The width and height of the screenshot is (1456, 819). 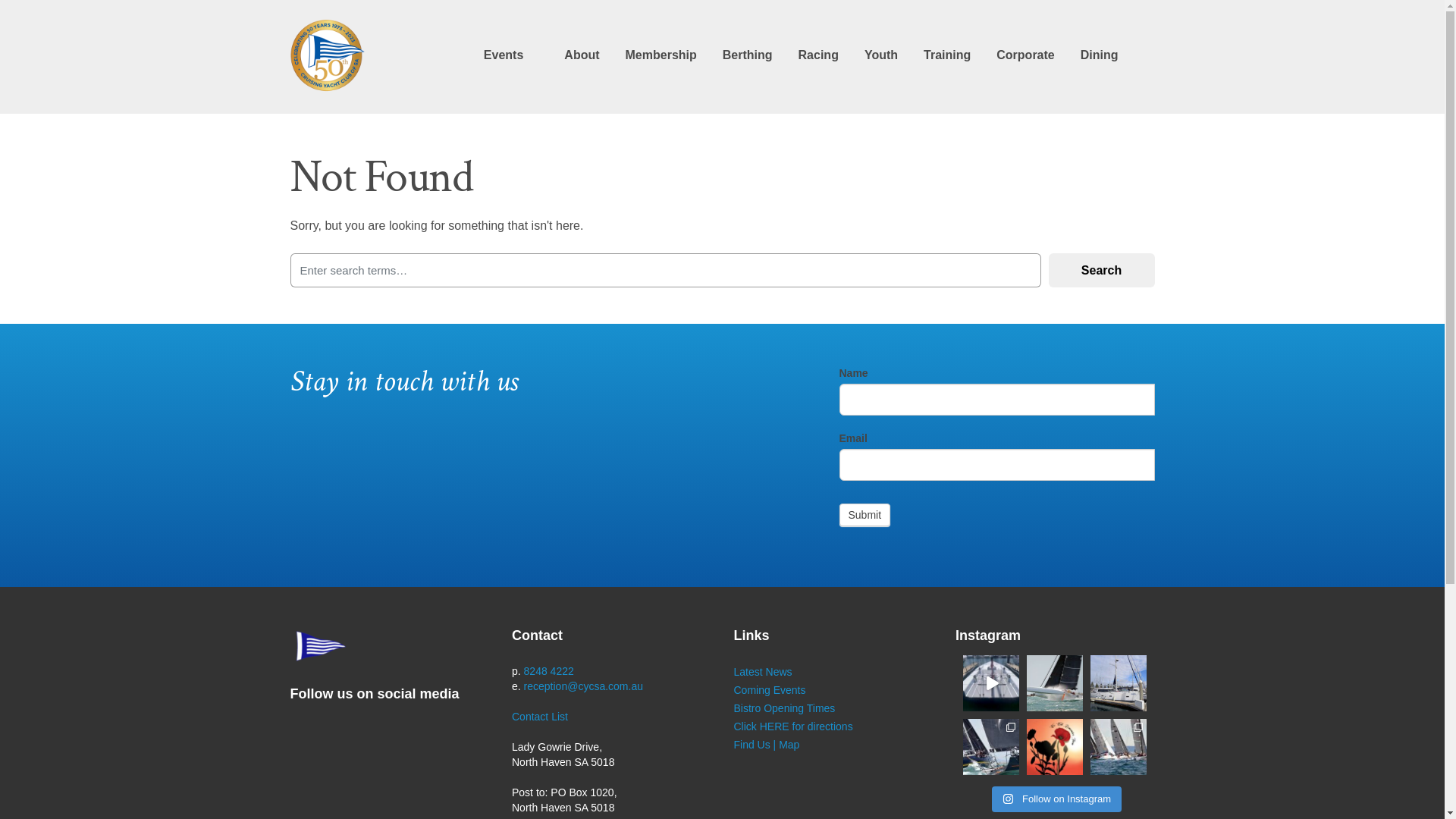 I want to click on 'Search', so click(x=1101, y=269).